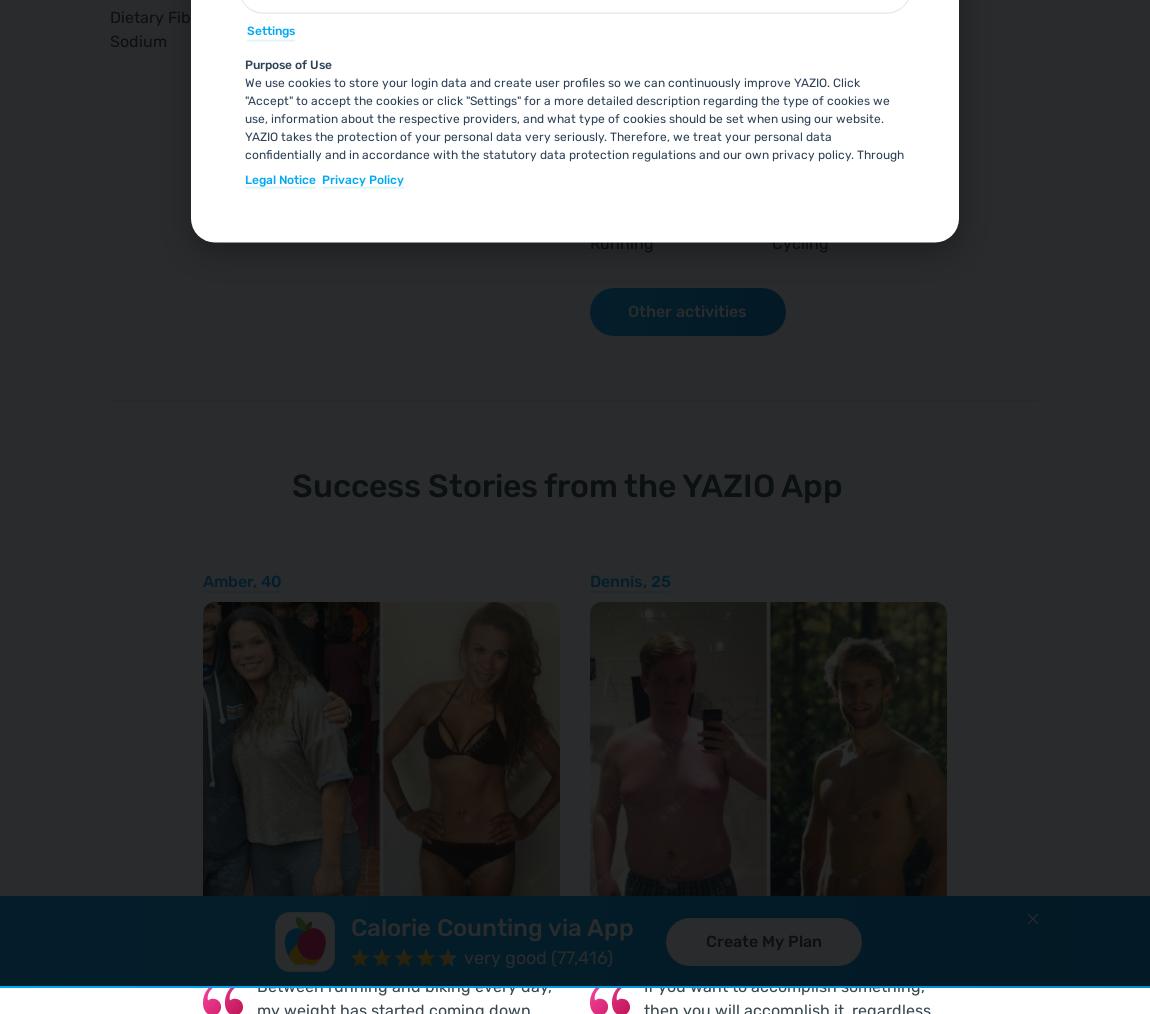 This screenshot has height=1014, width=1150. Describe the element at coordinates (373, 40) in the screenshot. I see `'0.2'` at that location.